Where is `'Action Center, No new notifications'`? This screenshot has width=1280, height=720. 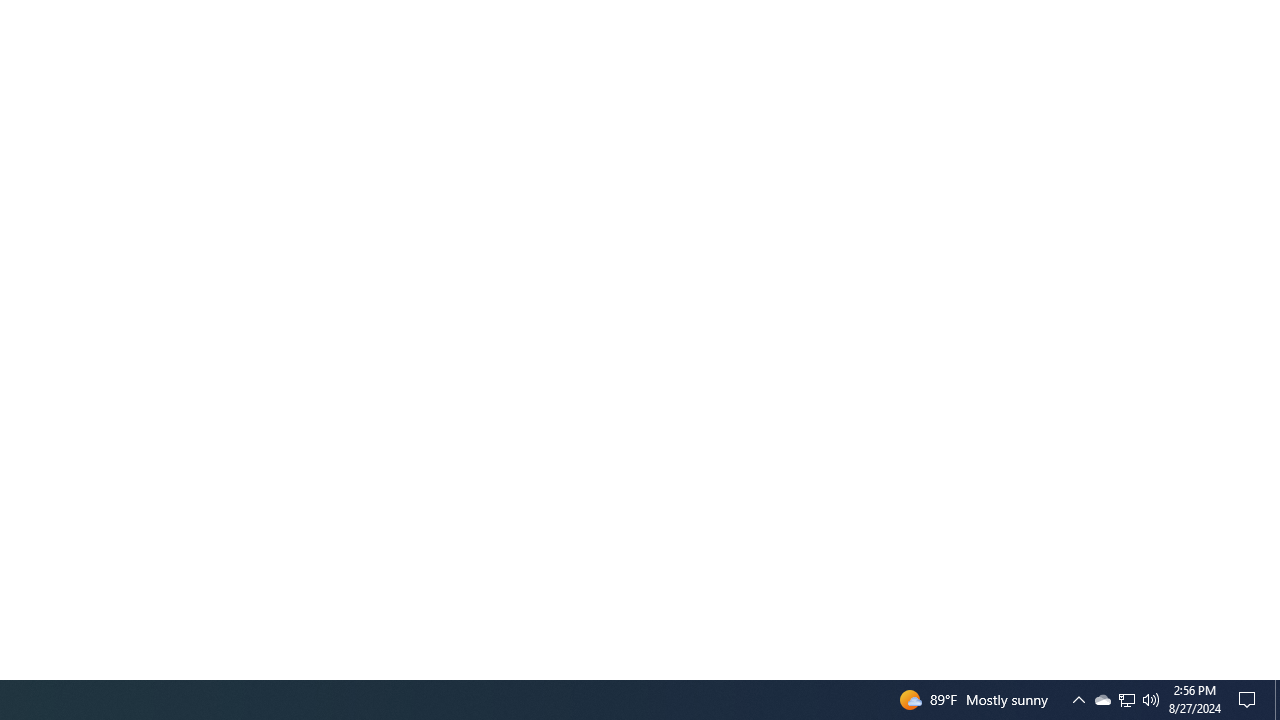 'Action Center, No new notifications' is located at coordinates (1250, 698).